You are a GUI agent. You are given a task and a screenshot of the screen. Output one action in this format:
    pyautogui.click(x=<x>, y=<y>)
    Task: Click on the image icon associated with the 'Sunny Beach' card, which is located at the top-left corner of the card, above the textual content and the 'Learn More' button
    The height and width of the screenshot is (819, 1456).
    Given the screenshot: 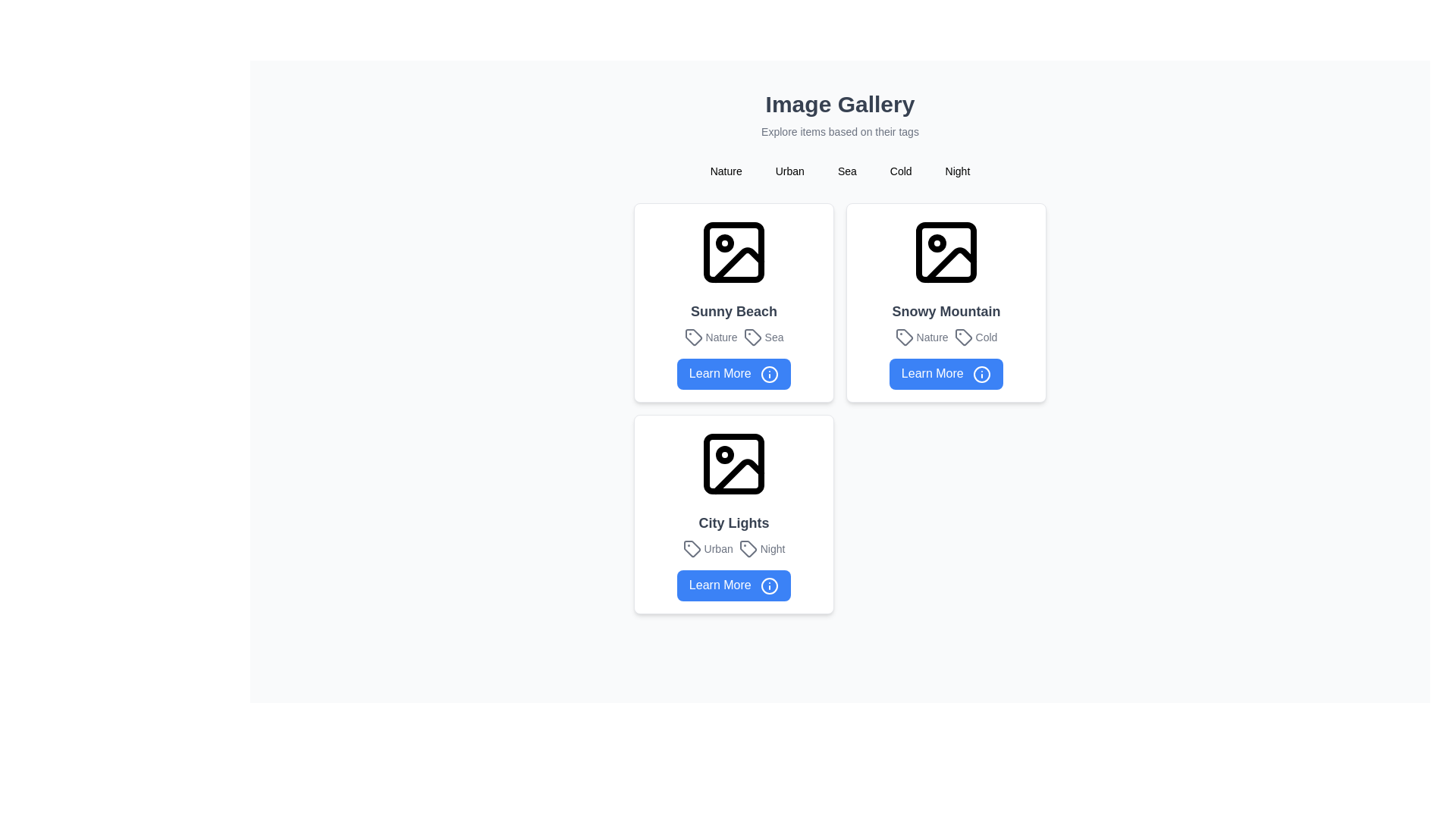 What is the action you would take?
    pyautogui.click(x=734, y=251)
    